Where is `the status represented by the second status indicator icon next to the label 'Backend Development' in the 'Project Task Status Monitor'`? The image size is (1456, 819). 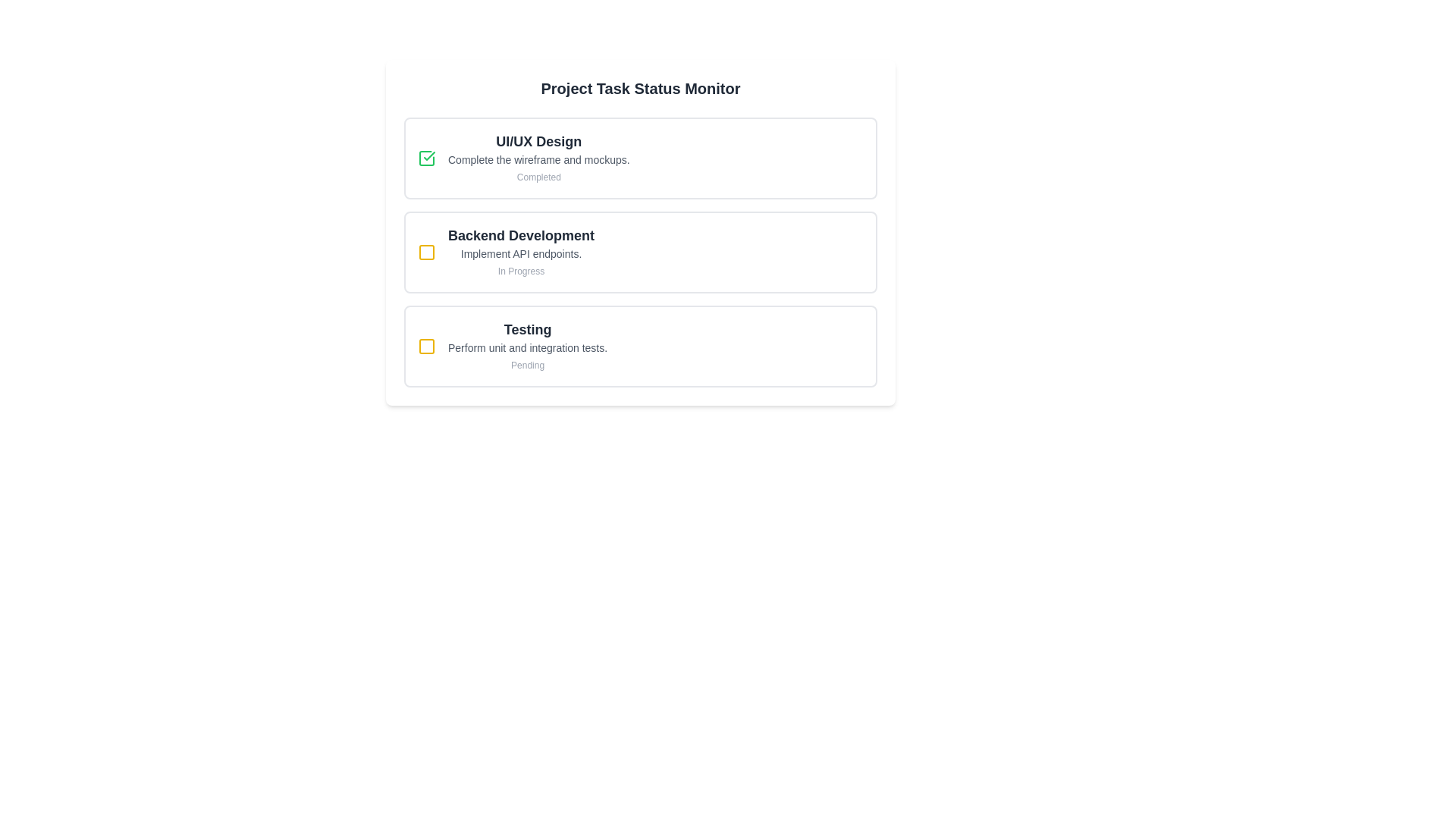 the status represented by the second status indicator icon next to the label 'Backend Development' in the 'Project Task Status Monitor' is located at coordinates (425, 346).